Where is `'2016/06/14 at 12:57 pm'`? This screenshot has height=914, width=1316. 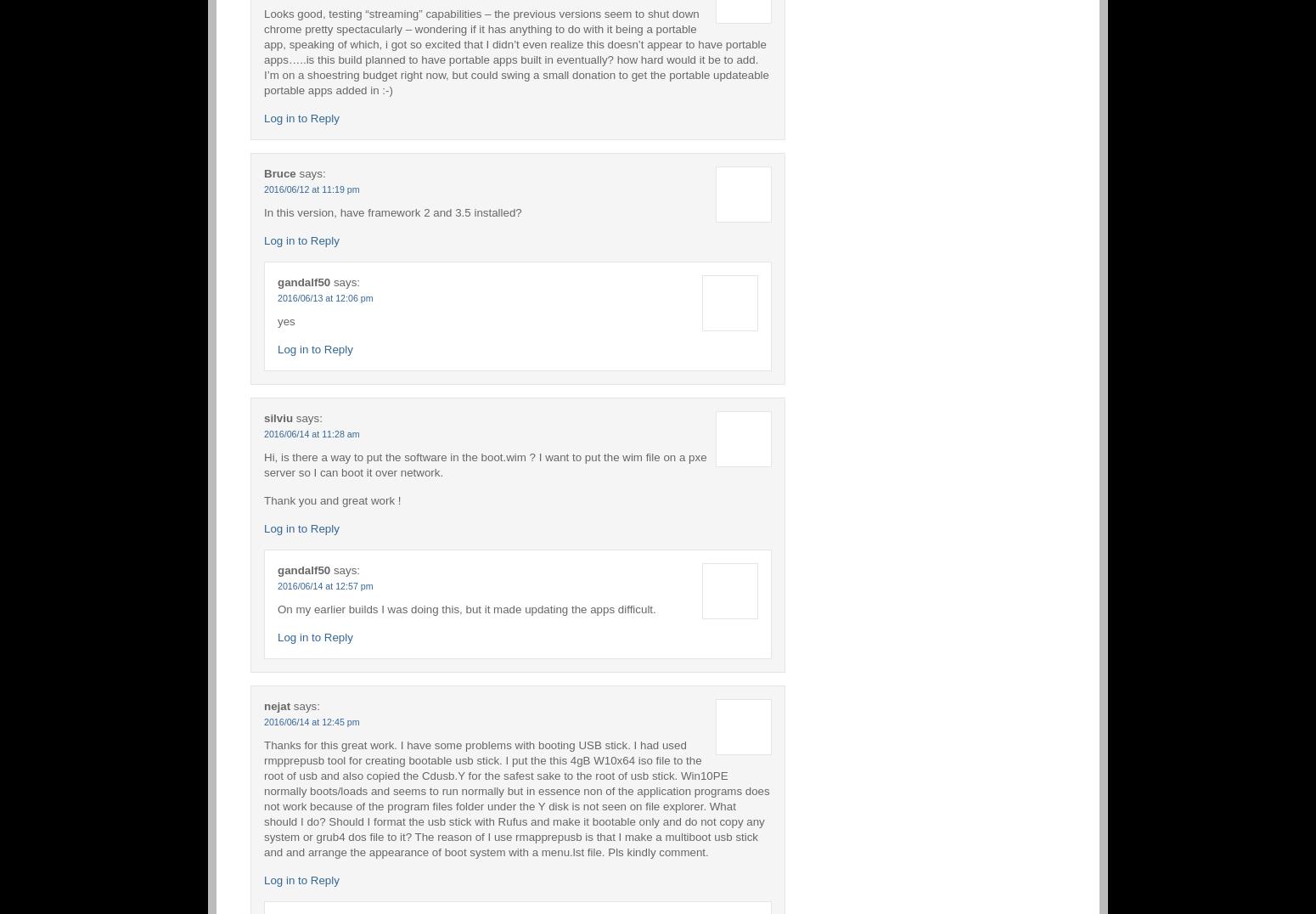
'2016/06/14 at 12:57 pm' is located at coordinates (277, 584).